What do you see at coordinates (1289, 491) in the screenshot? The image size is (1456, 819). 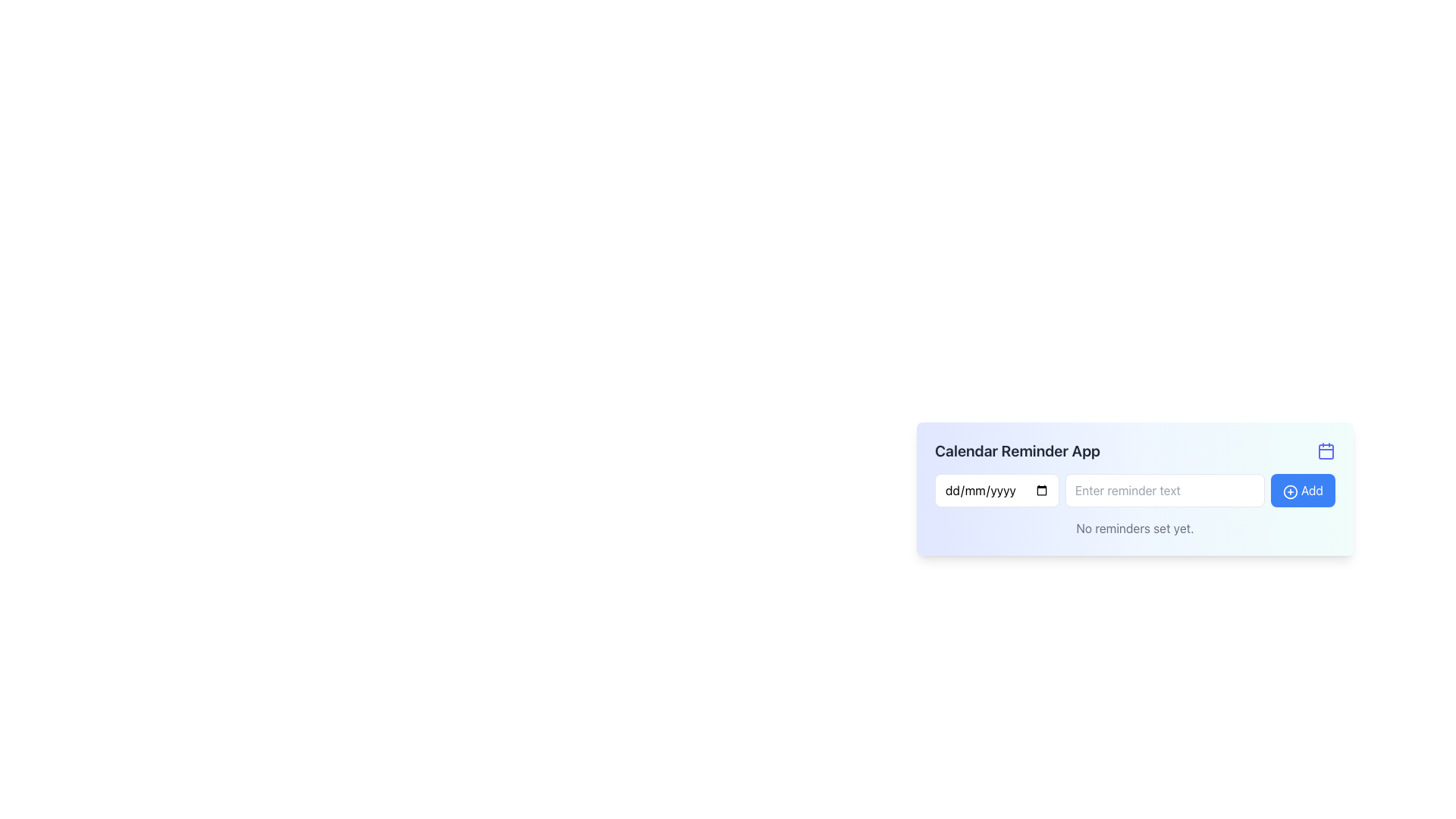 I see `the 'Add' button which contains a circular icon decoration with a plus sign, located in the top-right side of a card-like interface` at bounding box center [1289, 491].